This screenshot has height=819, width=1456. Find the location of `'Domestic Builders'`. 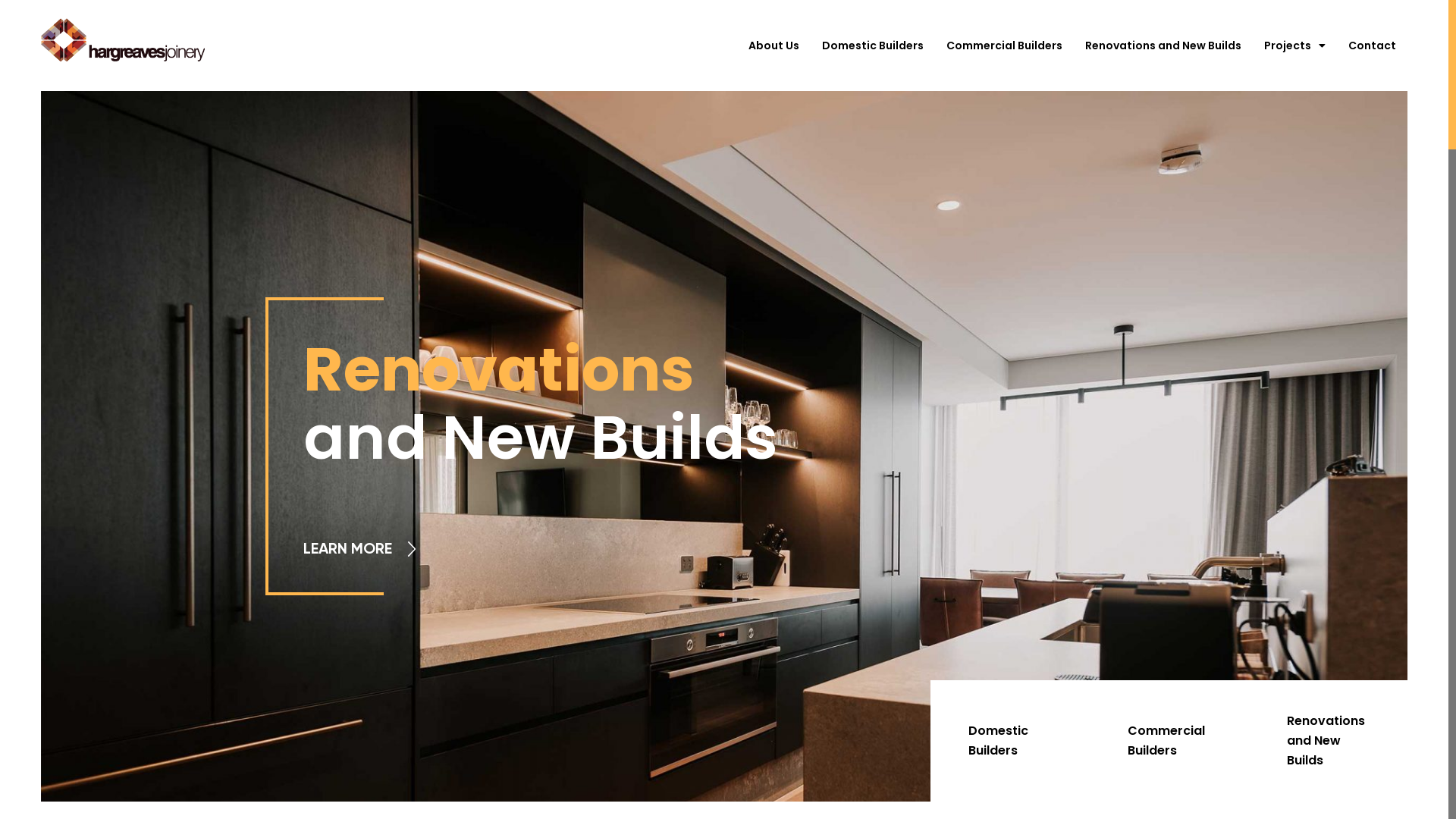

'Domestic Builders' is located at coordinates (967, 739).